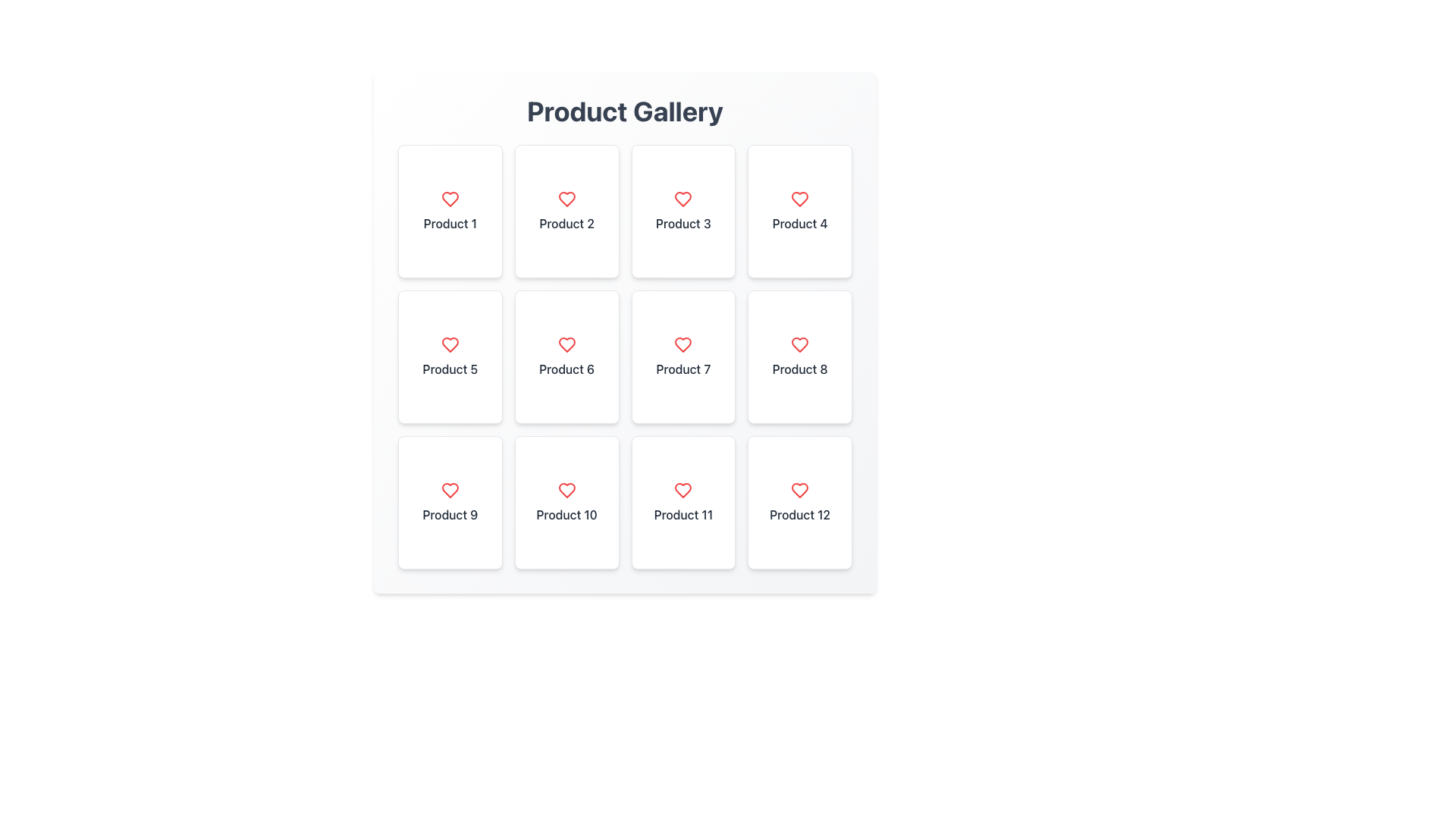  What do you see at coordinates (566, 513) in the screenshot?
I see `text label displaying 'Product 10' located below the red favorite heart icon in the card layout, situated in the third row and second column of the grid` at bounding box center [566, 513].